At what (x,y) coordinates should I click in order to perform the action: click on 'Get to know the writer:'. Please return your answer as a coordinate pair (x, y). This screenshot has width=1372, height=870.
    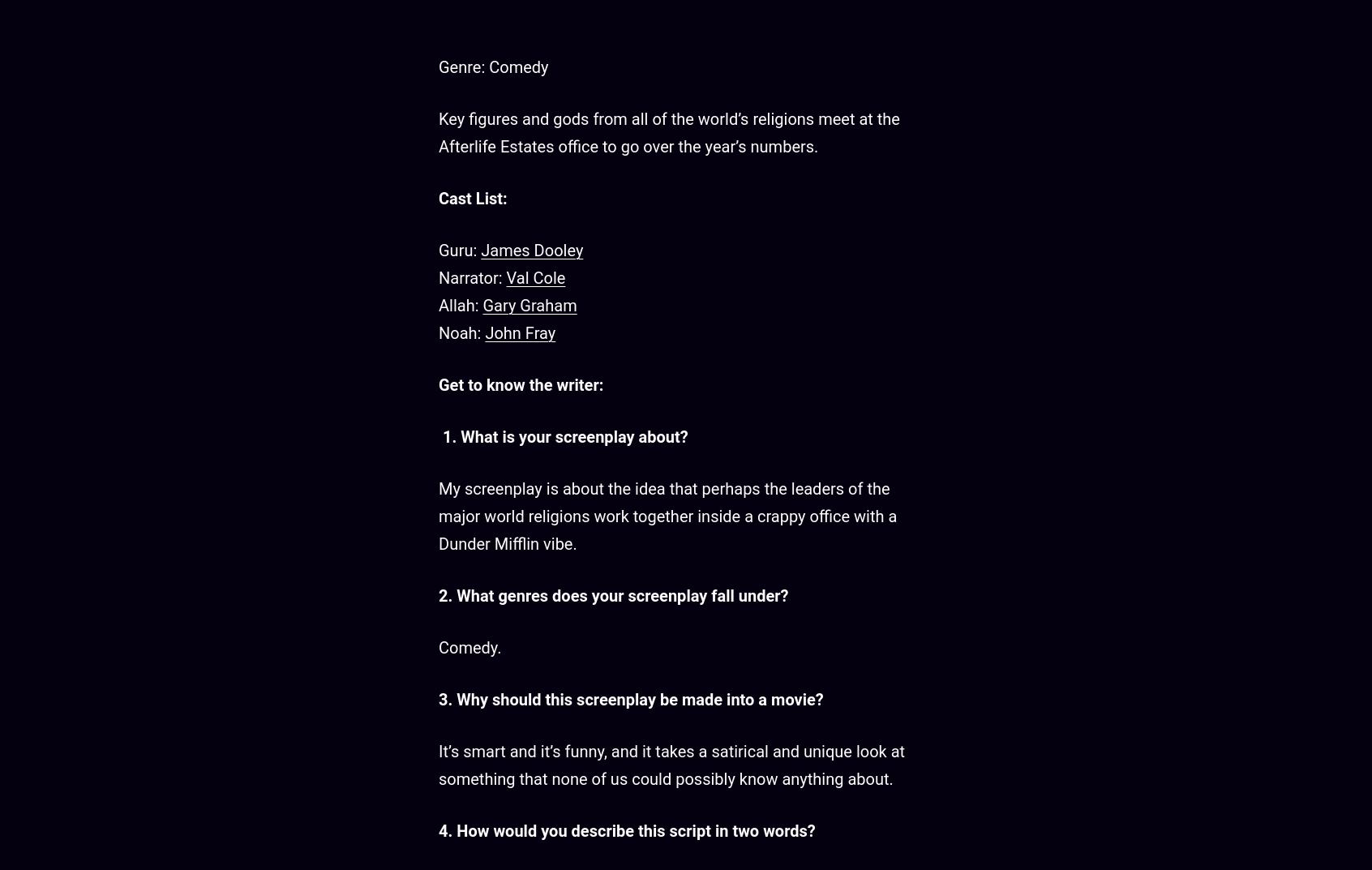
    Looking at the image, I should click on (438, 385).